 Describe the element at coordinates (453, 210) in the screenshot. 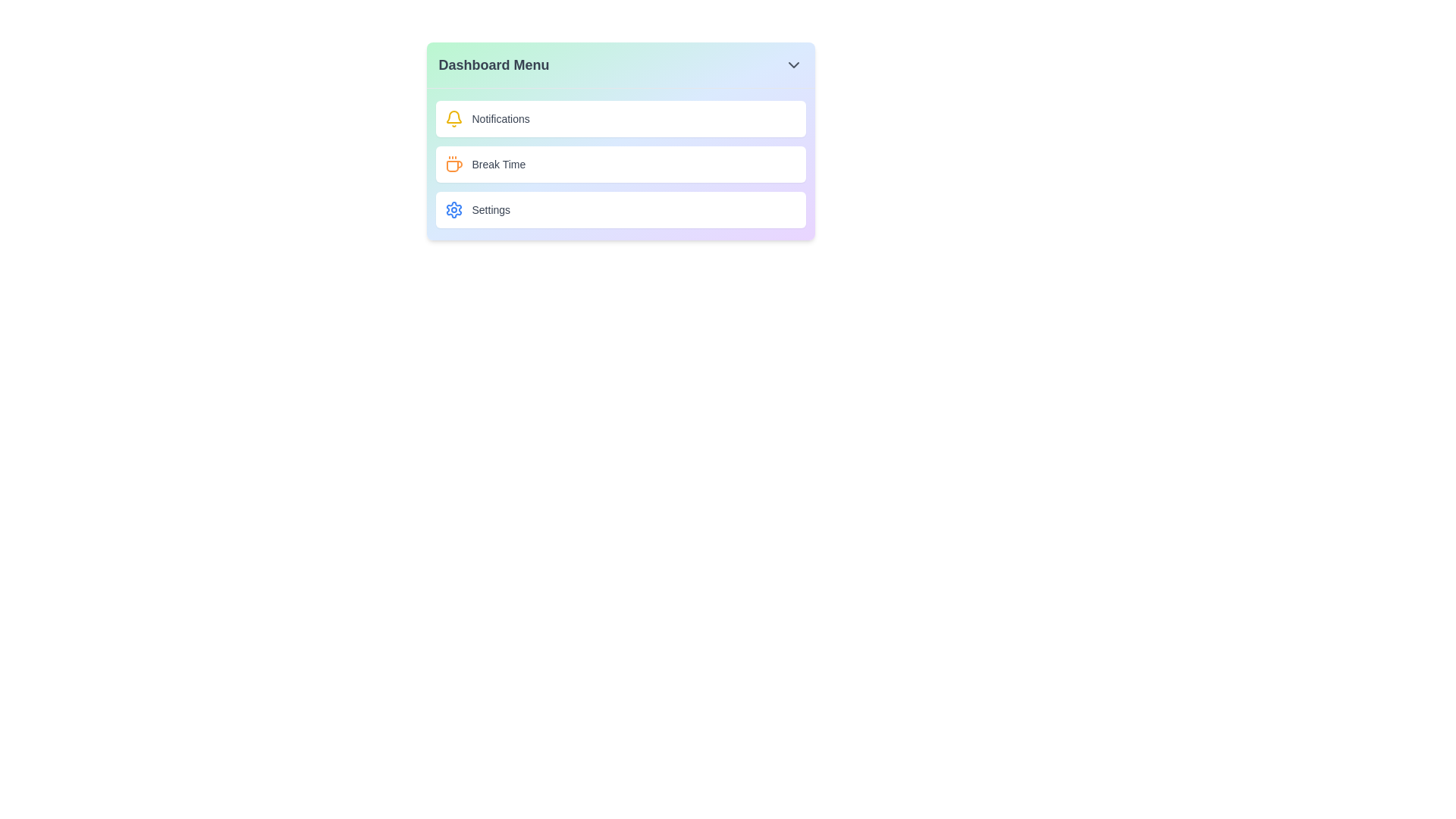

I see `the blue gear icon representing settings, located to the left of the 'Settings' text in the menu interface` at that location.